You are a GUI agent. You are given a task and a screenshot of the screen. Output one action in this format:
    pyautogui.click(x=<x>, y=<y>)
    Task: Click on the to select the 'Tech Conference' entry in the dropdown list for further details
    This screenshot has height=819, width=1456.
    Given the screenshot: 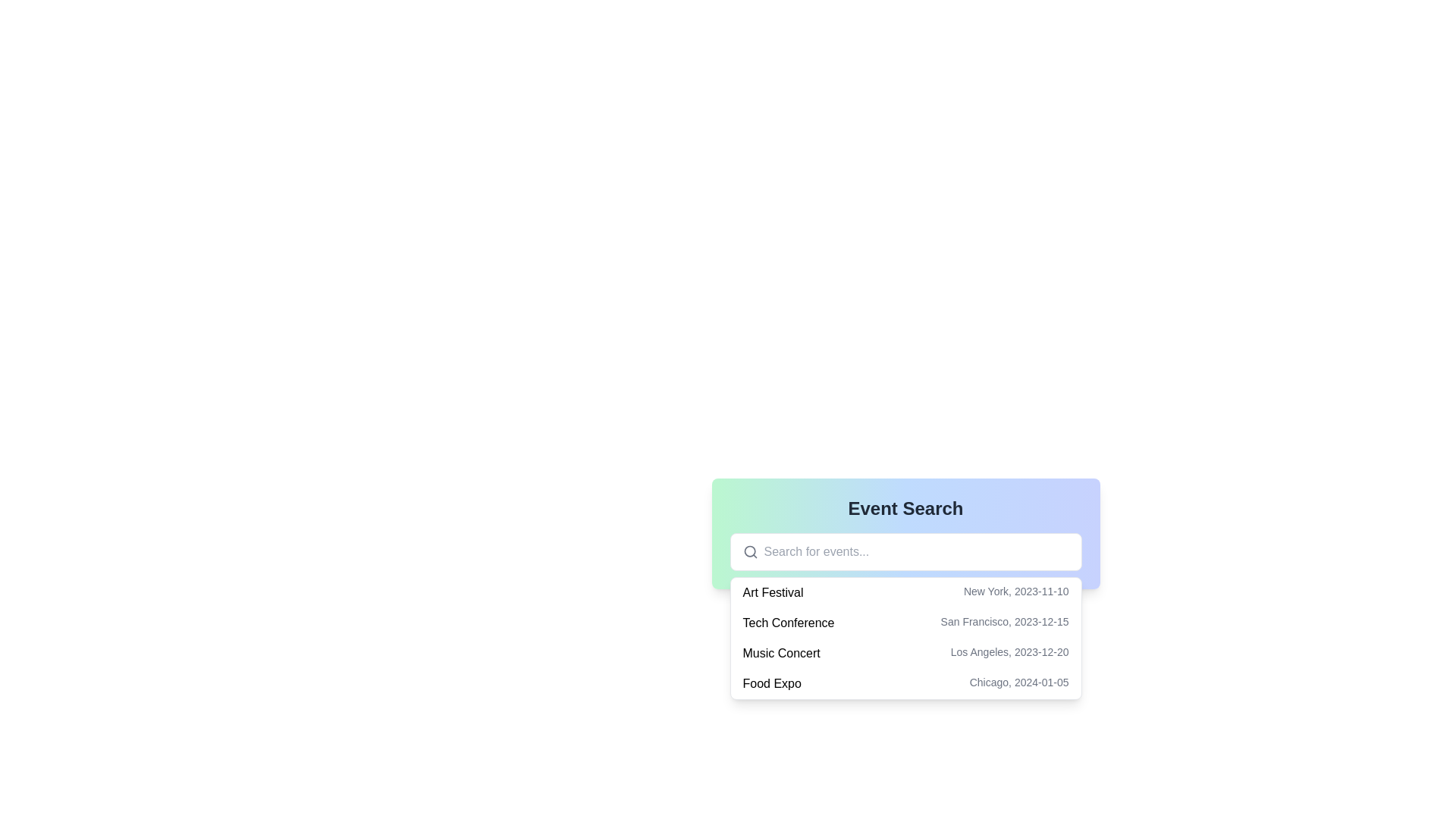 What is the action you would take?
    pyautogui.click(x=905, y=623)
    